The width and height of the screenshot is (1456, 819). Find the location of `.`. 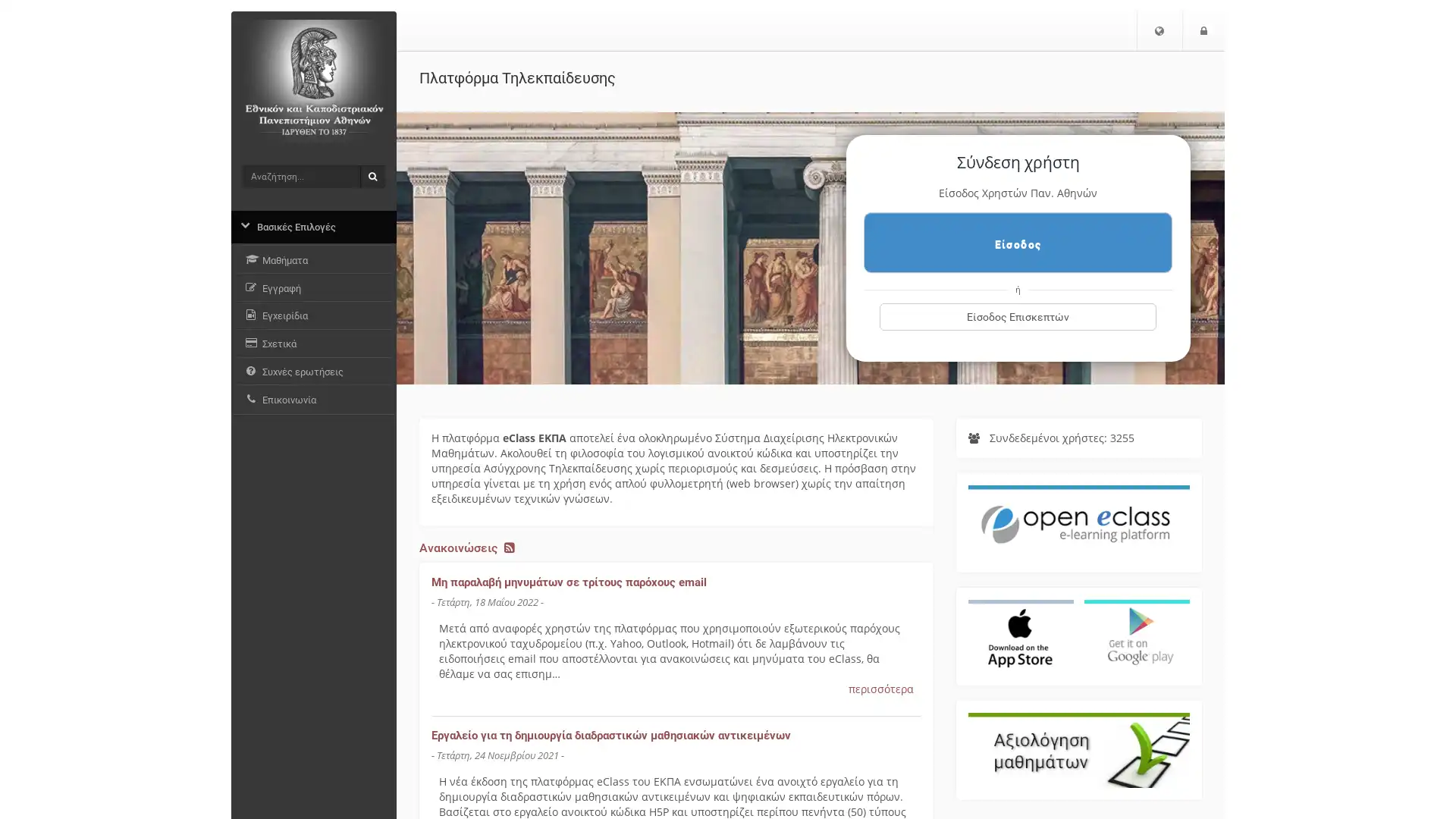

. is located at coordinates (1316, 329).